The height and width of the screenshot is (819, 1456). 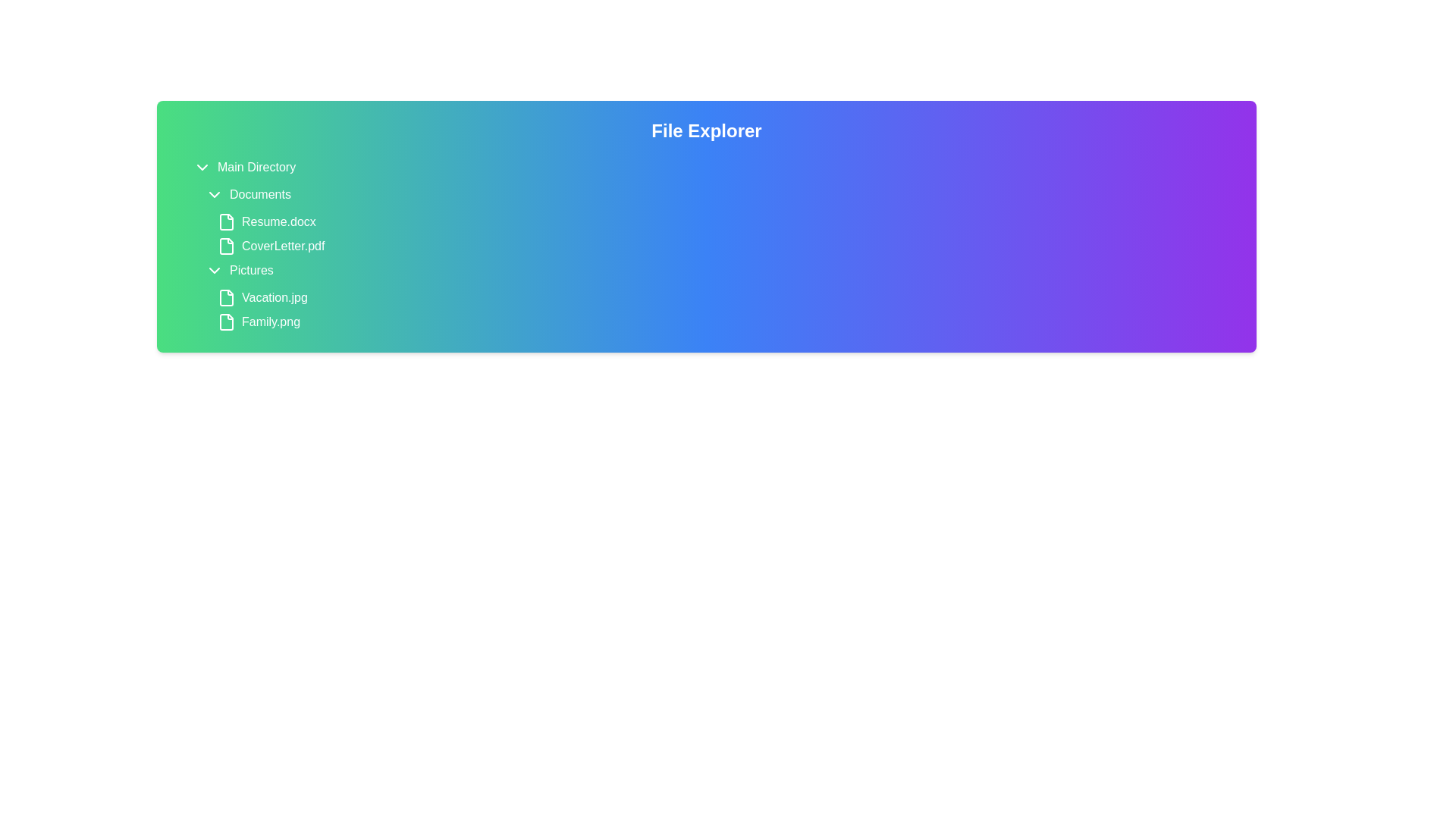 What do you see at coordinates (275, 298) in the screenshot?
I see `the text label displaying the filename 'Vacation.jpg' to display the filename tooltip` at bounding box center [275, 298].